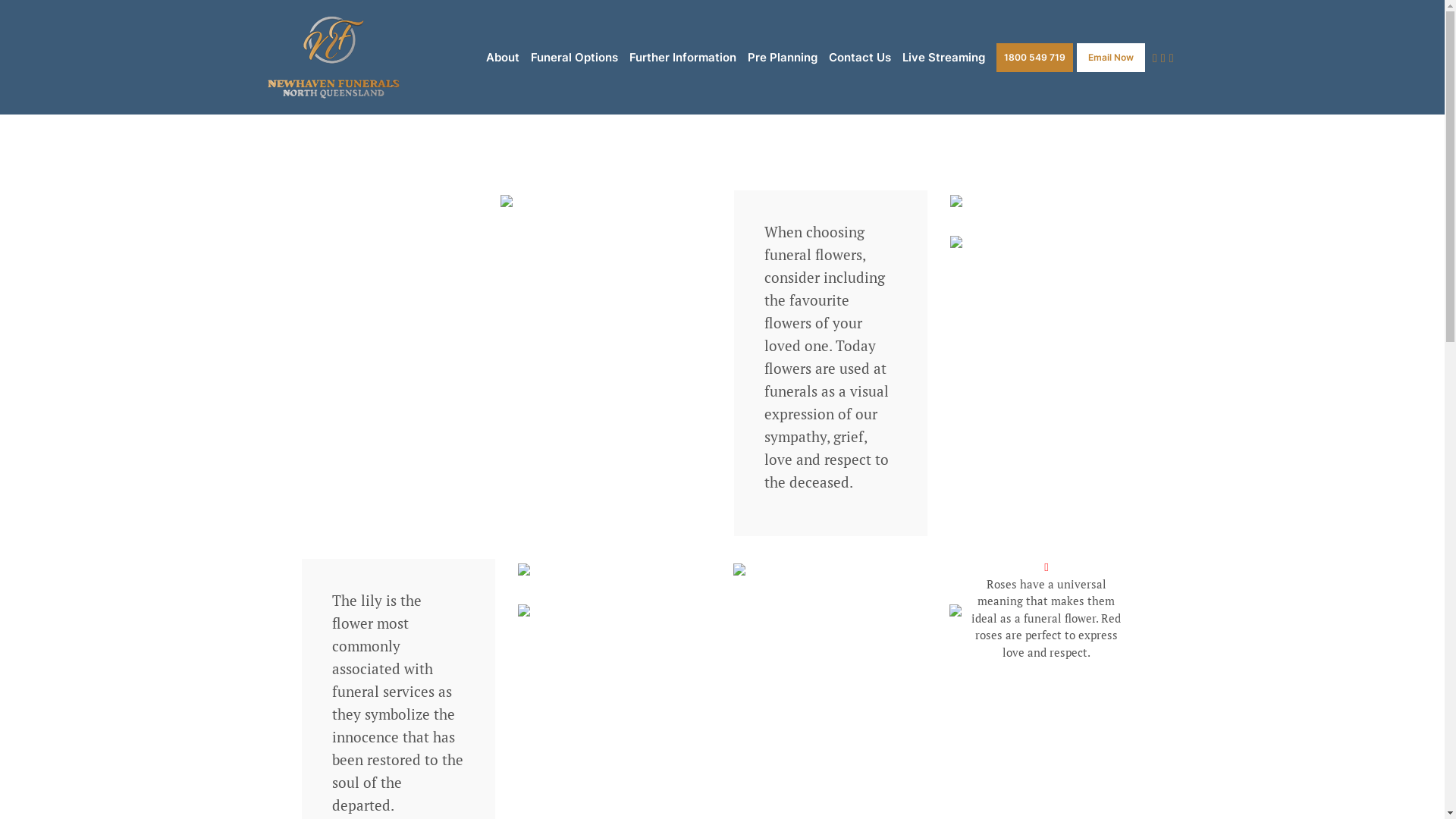 This screenshot has height=819, width=1456. Describe the element at coordinates (859, 57) in the screenshot. I see `'Contact Us'` at that location.